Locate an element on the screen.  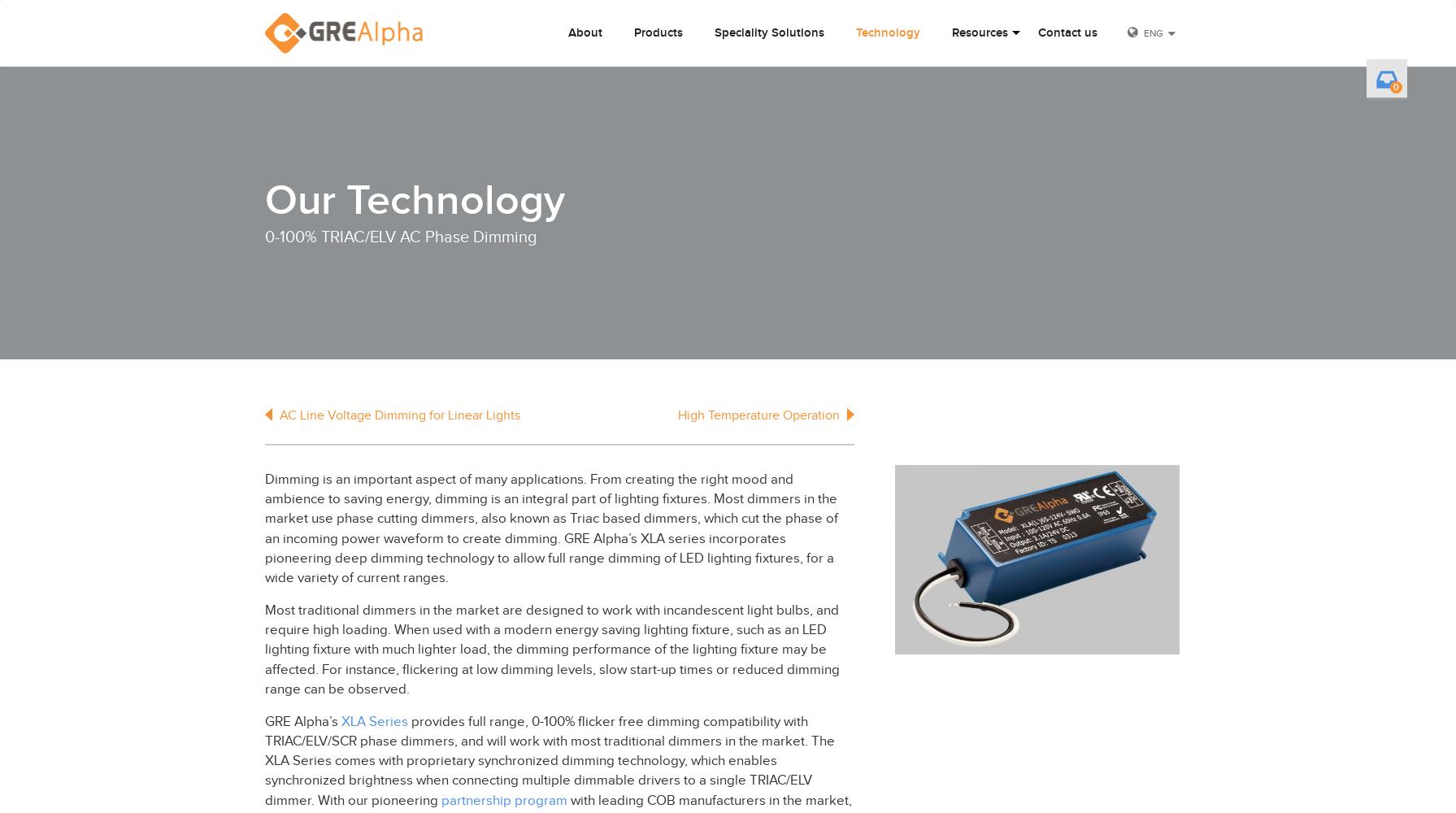
'0-100% TRIAC/ELV AC Phase Dimming' is located at coordinates (400, 237).